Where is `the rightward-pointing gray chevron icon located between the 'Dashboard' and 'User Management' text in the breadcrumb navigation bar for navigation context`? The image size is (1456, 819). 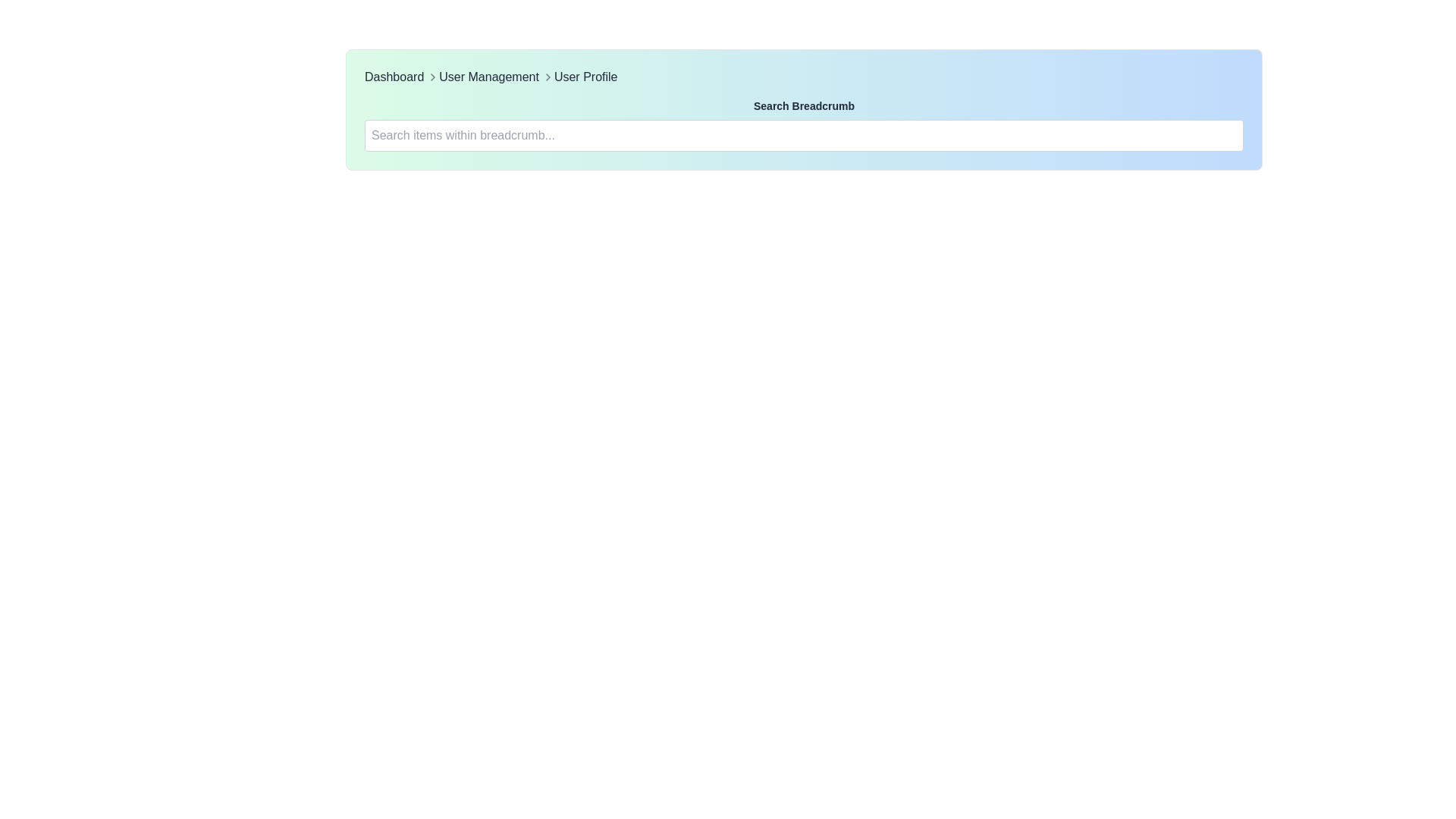 the rightward-pointing gray chevron icon located between the 'Dashboard' and 'User Management' text in the breadcrumb navigation bar for navigation context is located at coordinates (432, 77).